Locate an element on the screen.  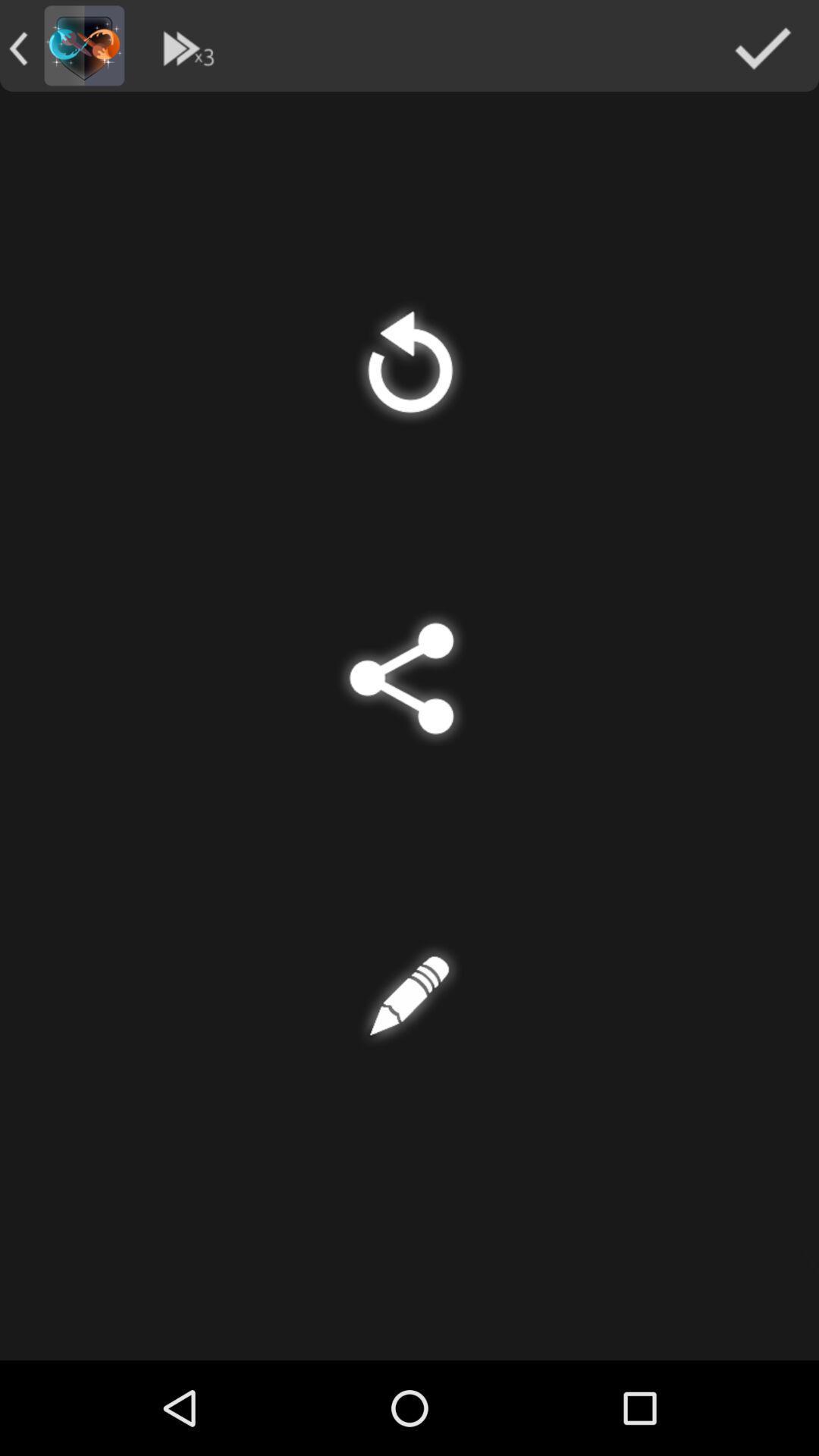
the edit icon is located at coordinates (409, 1066).